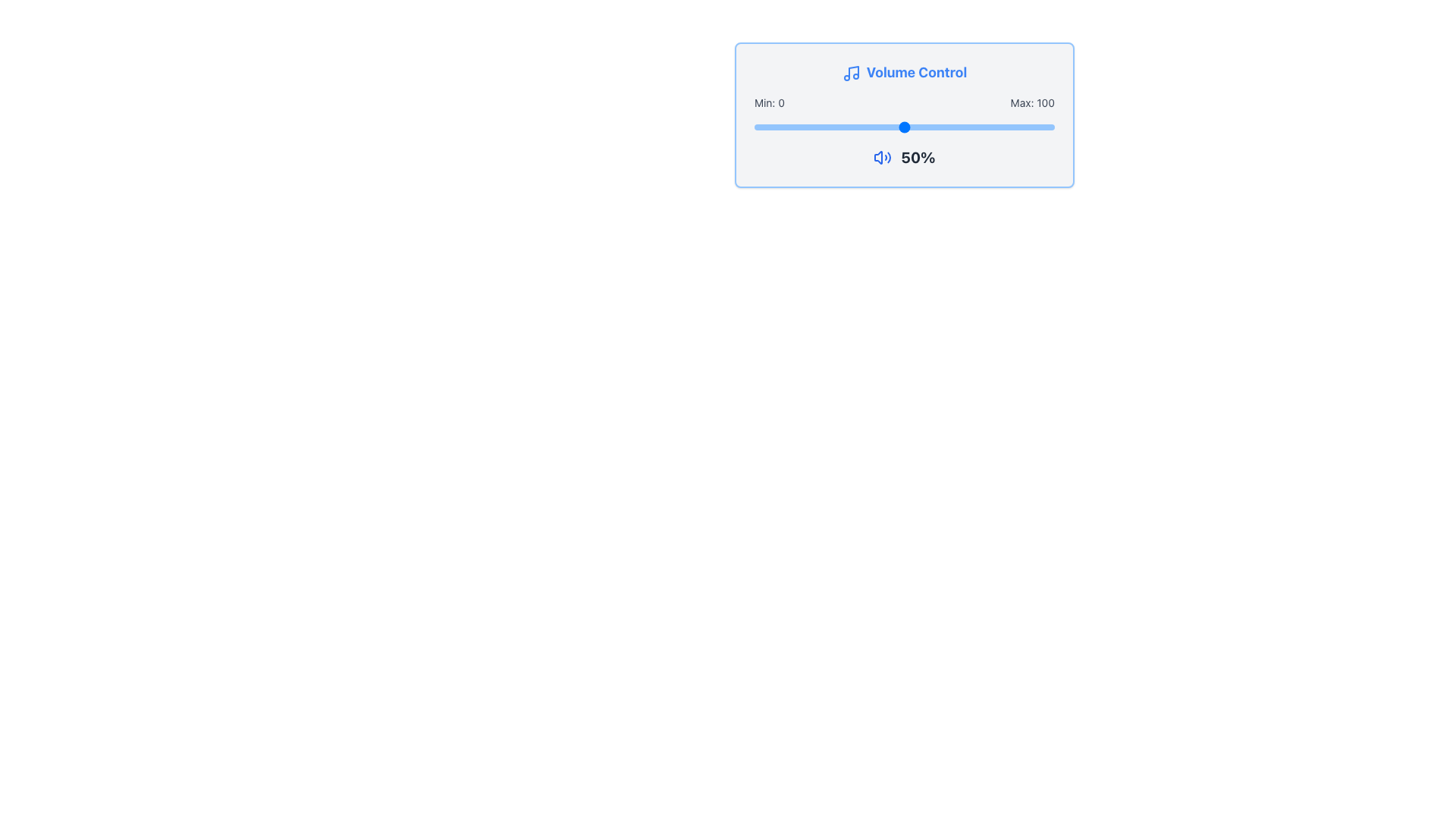 This screenshot has width=1456, height=819. Describe the element at coordinates (905, 114) in the screenshot. I see `the Volume control slider, which features a light gray background, a title 'Volume Control', labels 'Min: 0' and 'Max: 100', a blue thumb slider at 50%, and a percentage display '50%' with a loudspeaker icon` at that location.